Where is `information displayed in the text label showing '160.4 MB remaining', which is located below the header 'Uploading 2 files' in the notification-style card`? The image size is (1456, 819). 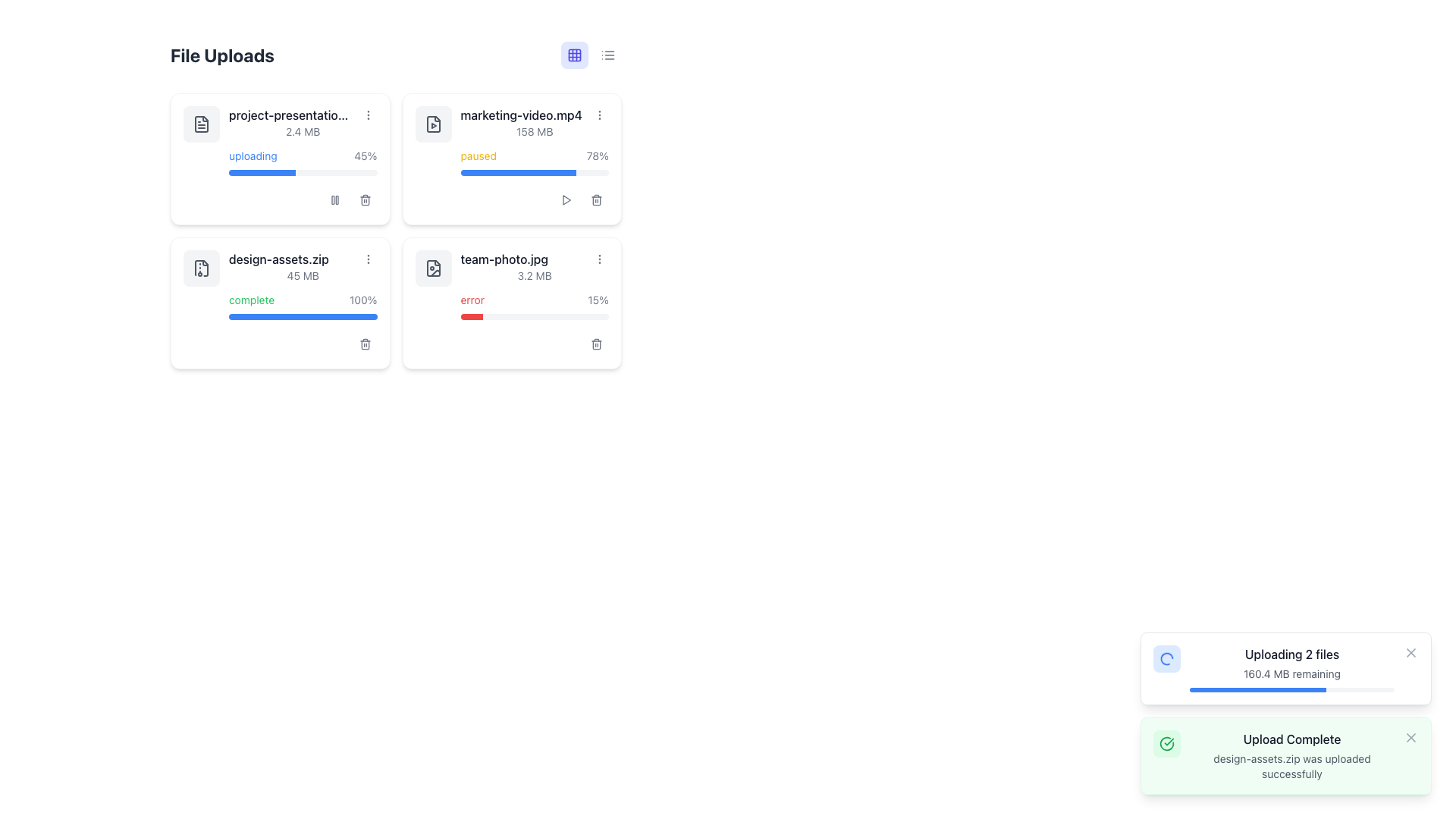 information displayed in the text label showing '160.4 MB remaining', which is located below the header 'Uploading 2 files' in the notification-style card is located at coordinates (1291, 673).